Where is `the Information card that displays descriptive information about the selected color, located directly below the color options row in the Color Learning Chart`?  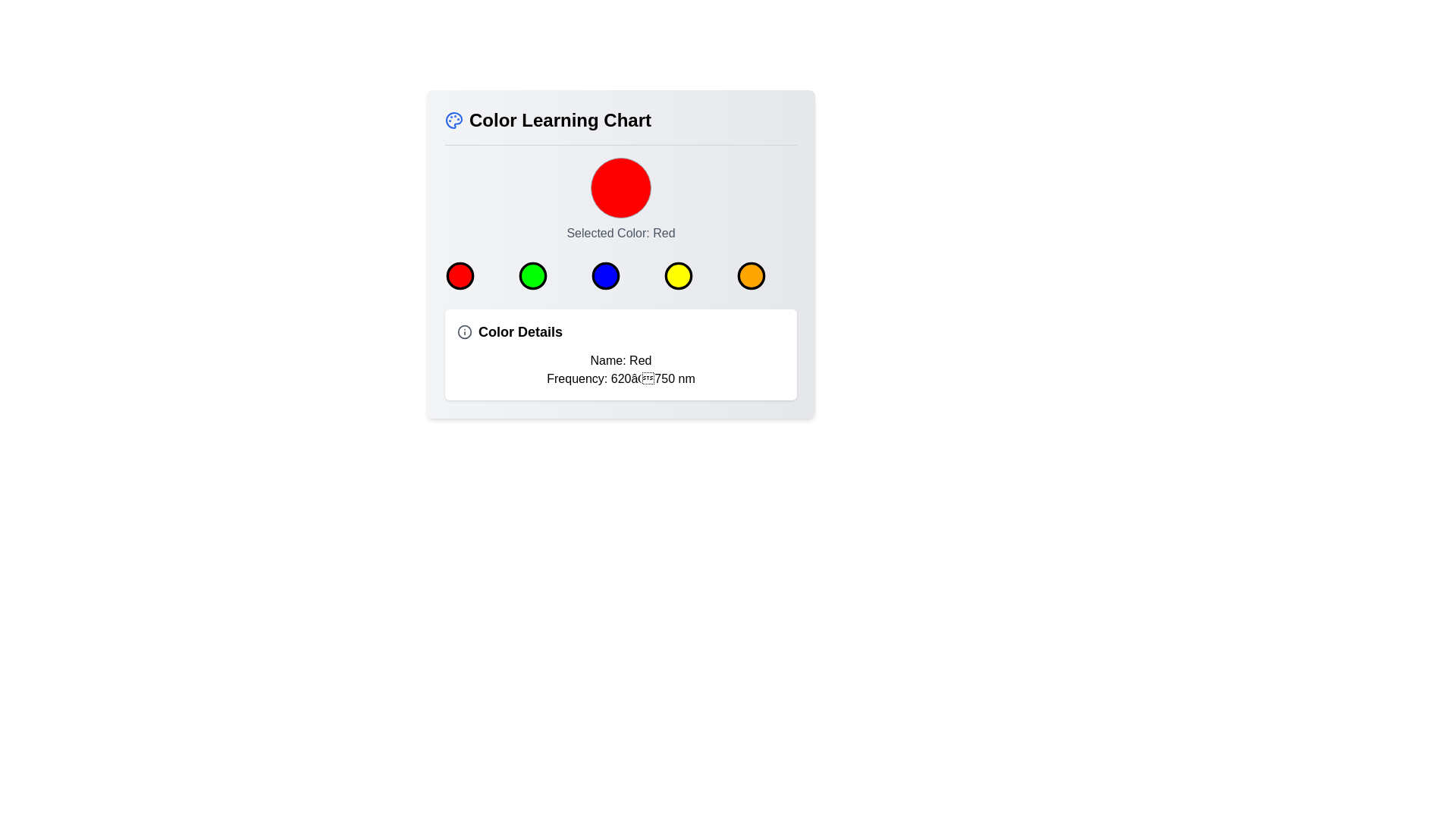
the Information card that displays descriptive information about the selected color, located directly below the color options row in the Color Learning Chart is located at coordinates (621, 354).